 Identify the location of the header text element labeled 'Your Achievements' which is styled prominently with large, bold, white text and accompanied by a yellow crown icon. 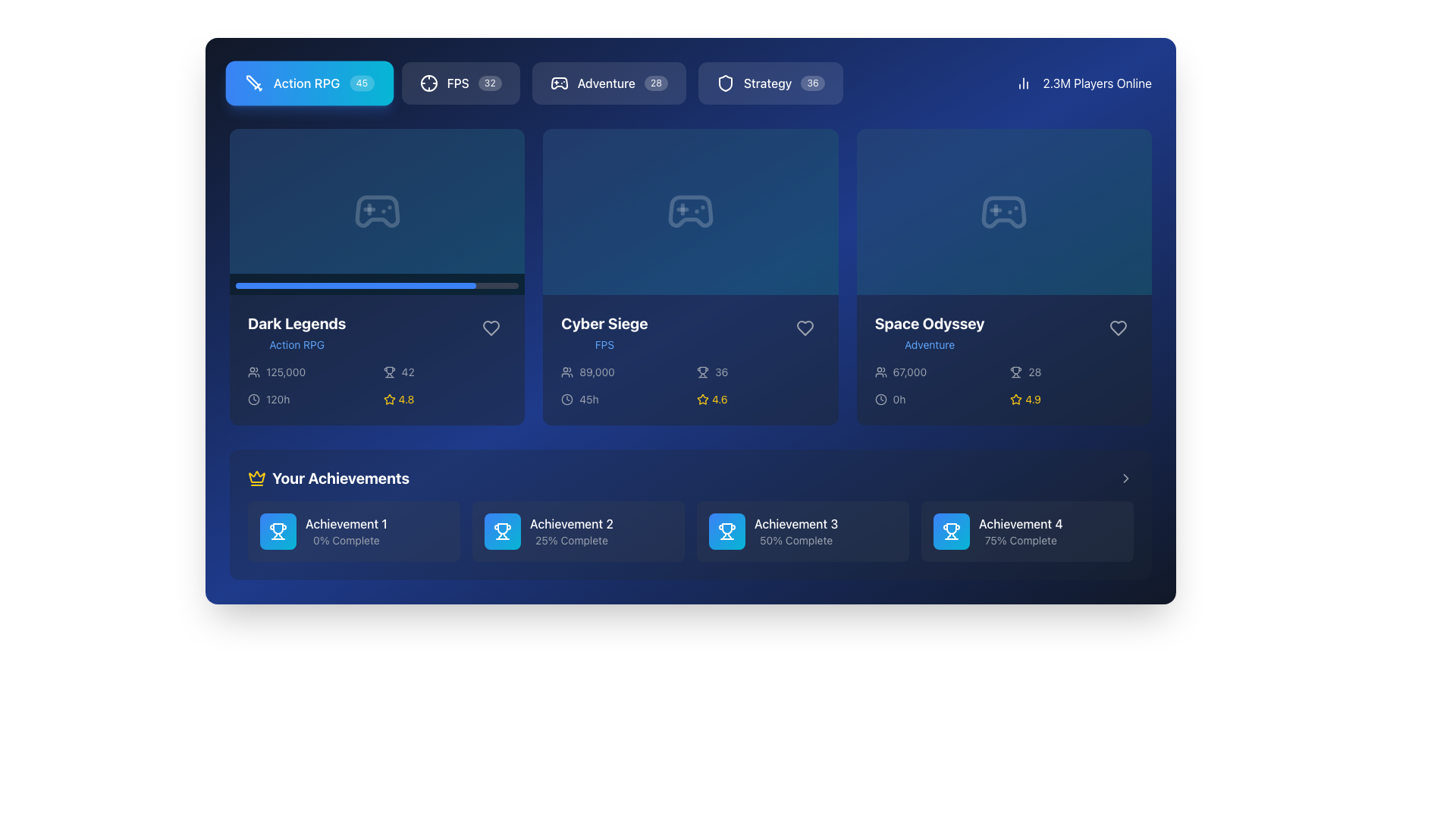
(328, 479).